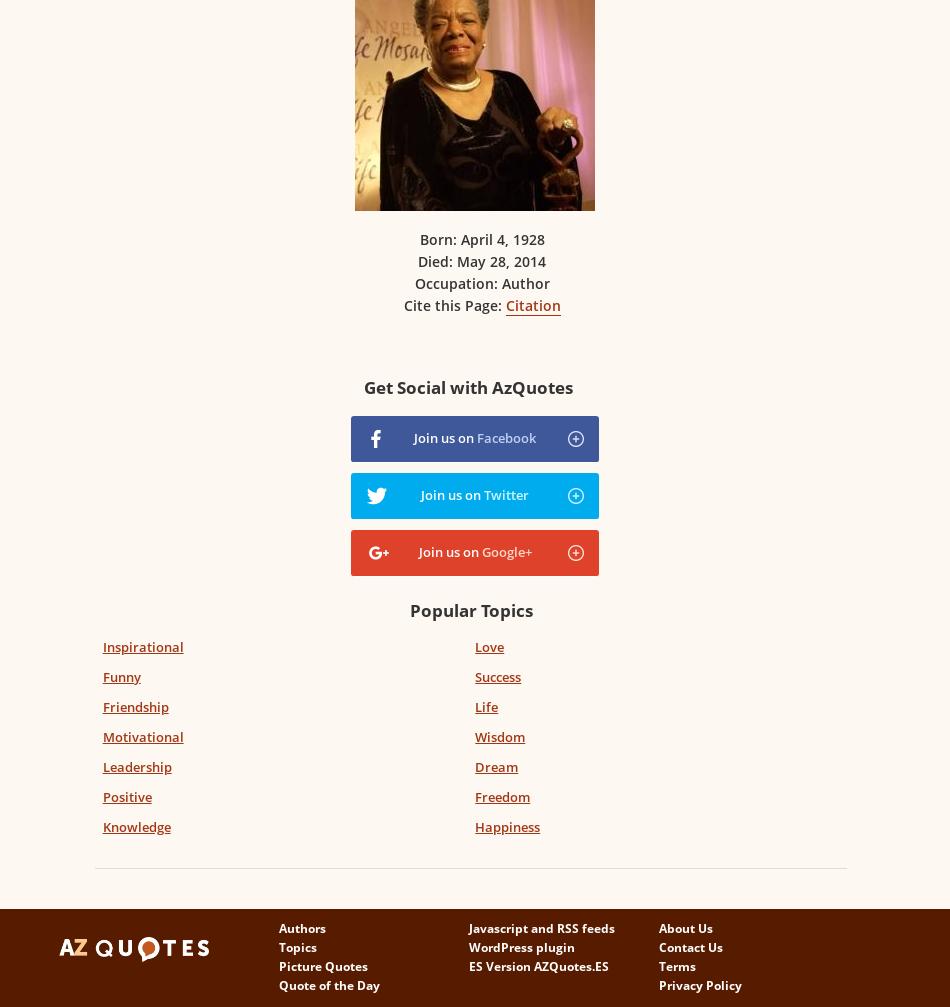 Image resolution: width=950 pixels, height=1007 pixels. I want to click on 'Google+', so click(505, 550).